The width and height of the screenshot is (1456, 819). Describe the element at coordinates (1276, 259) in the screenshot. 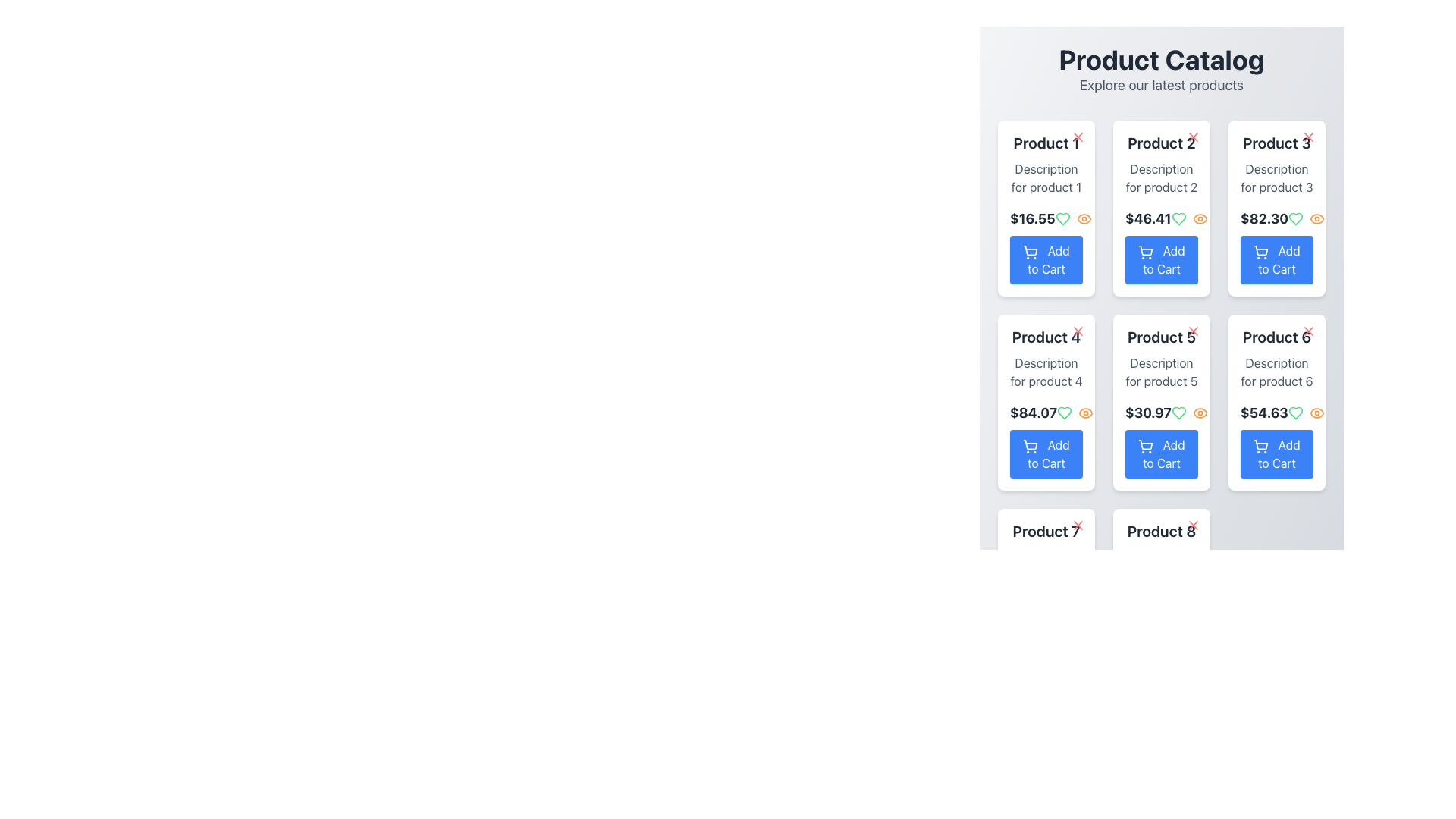

I see `the 'Add to Cart' button located in the lower portion of the 'Product 3' card, directly below the price of '$82.30'` at that location.